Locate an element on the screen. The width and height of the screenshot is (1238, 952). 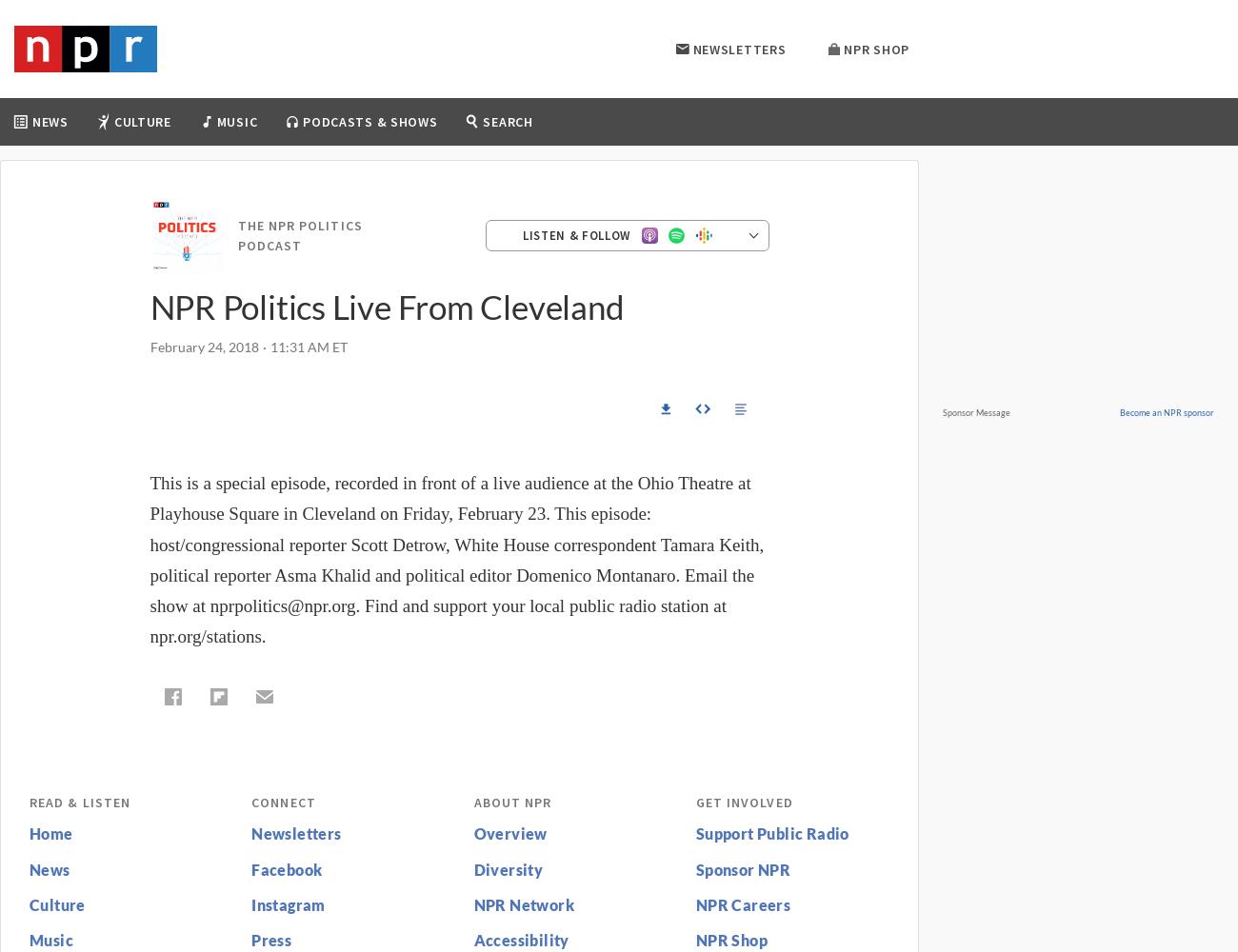
'Facebook' is located at coordinates (286, 868).